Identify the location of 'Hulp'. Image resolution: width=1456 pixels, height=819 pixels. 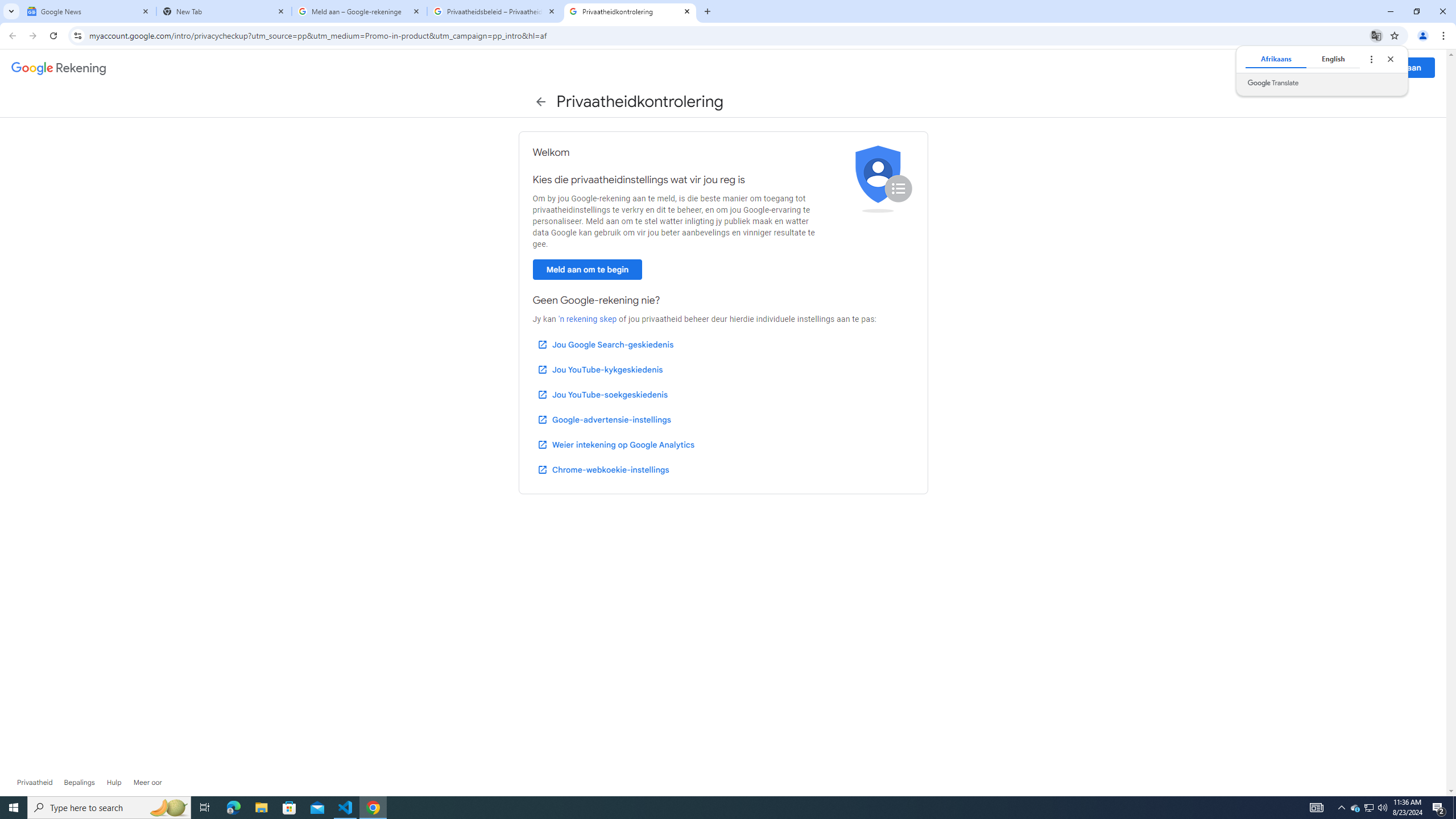
(113, 781).